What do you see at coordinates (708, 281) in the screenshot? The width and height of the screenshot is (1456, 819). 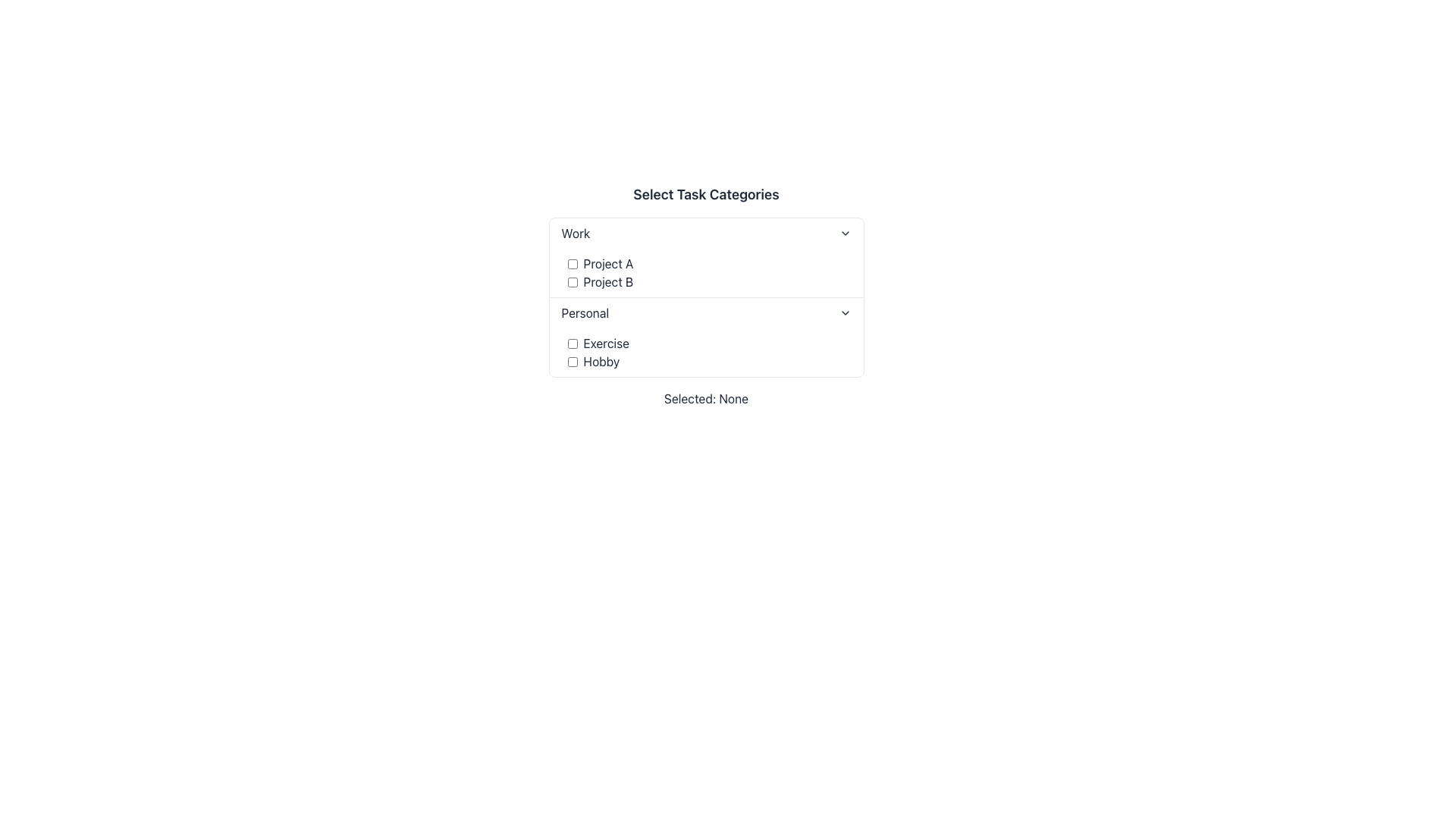 I see `the checkbox labeled 'Project B'` at bounding box center [708, 281].